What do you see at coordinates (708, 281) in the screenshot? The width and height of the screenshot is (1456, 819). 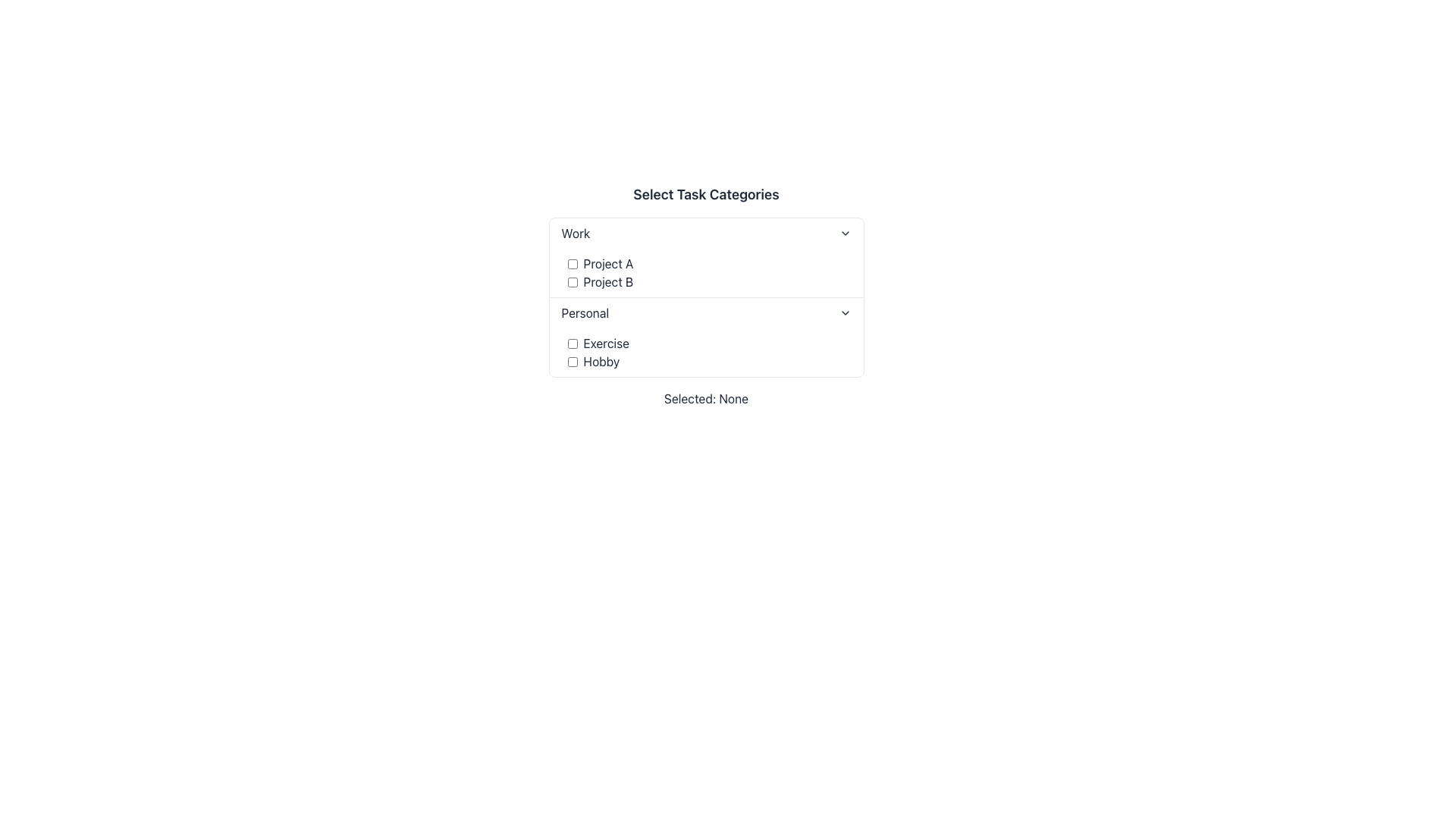 I see `the checkbox labeled 'Project B'` at bounding box center [708, 281].